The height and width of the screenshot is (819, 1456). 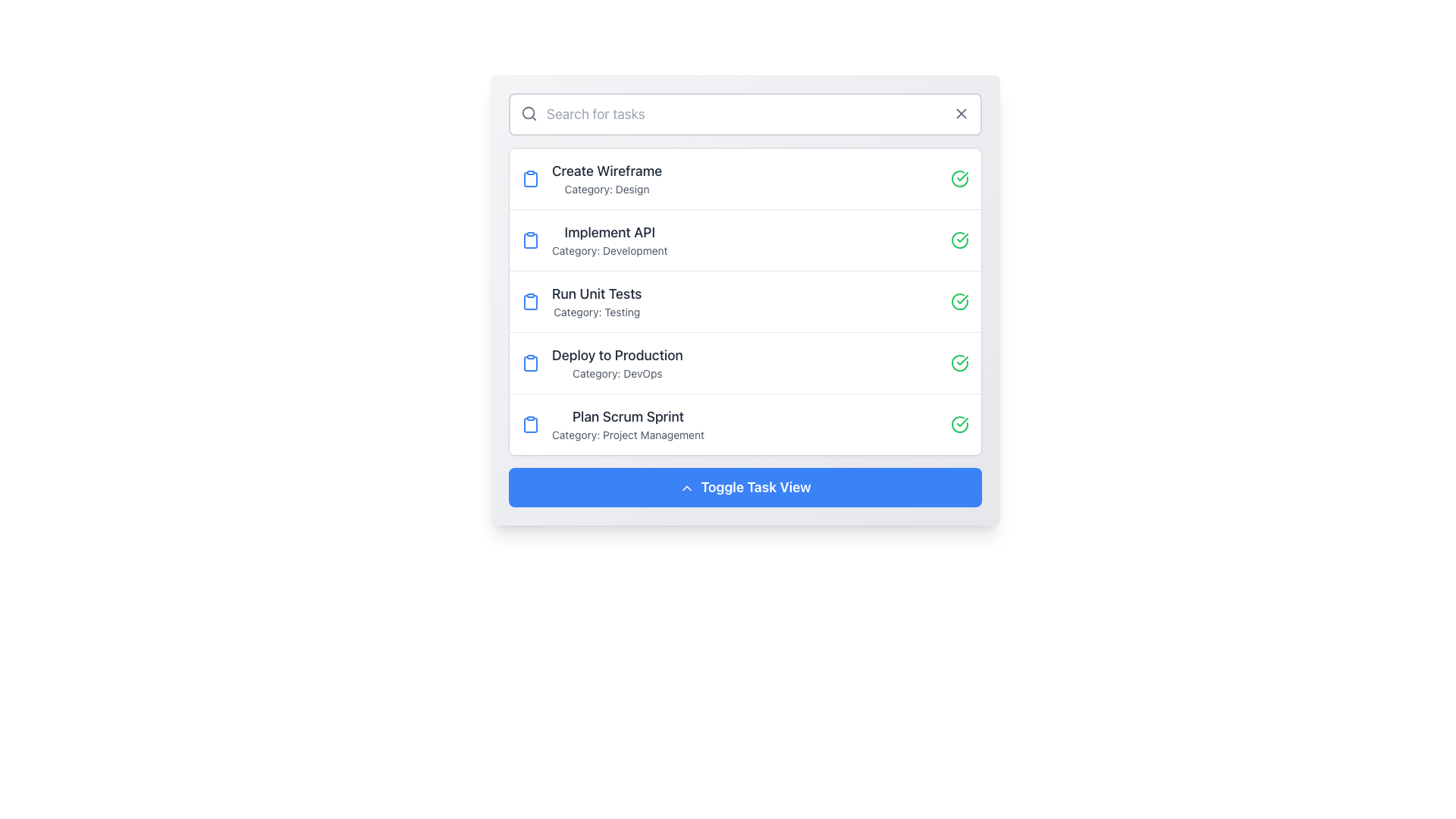 What do you see at coordinates (617, 374) in the screenshot?
I see `the text label indicating the category of the related task, specifically marking it as 'DevOps', which is positioned directly below the 'Deploy to Production' text` at bounding box center [617, 374].